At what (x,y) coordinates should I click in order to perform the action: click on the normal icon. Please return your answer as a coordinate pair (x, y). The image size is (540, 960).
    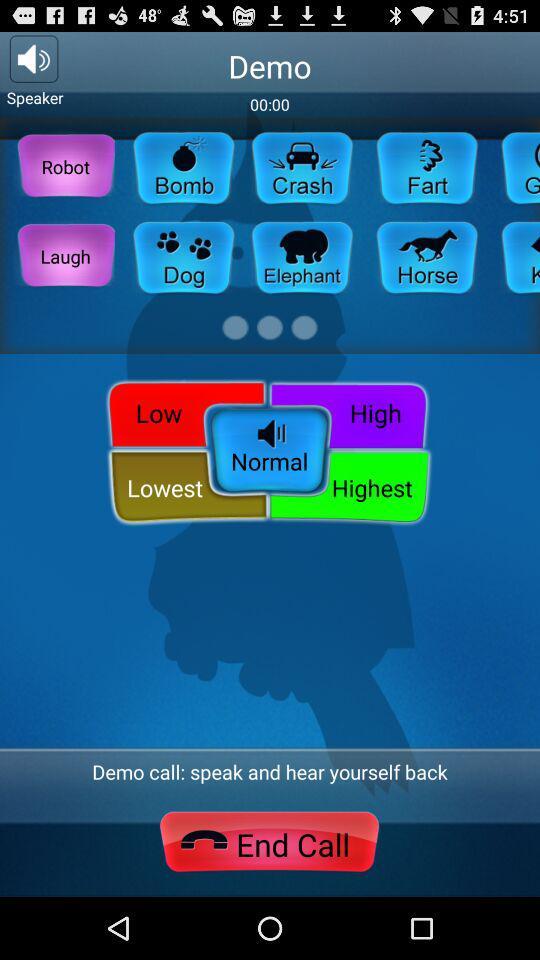
    Looking at the image, I should click on (269, 452).